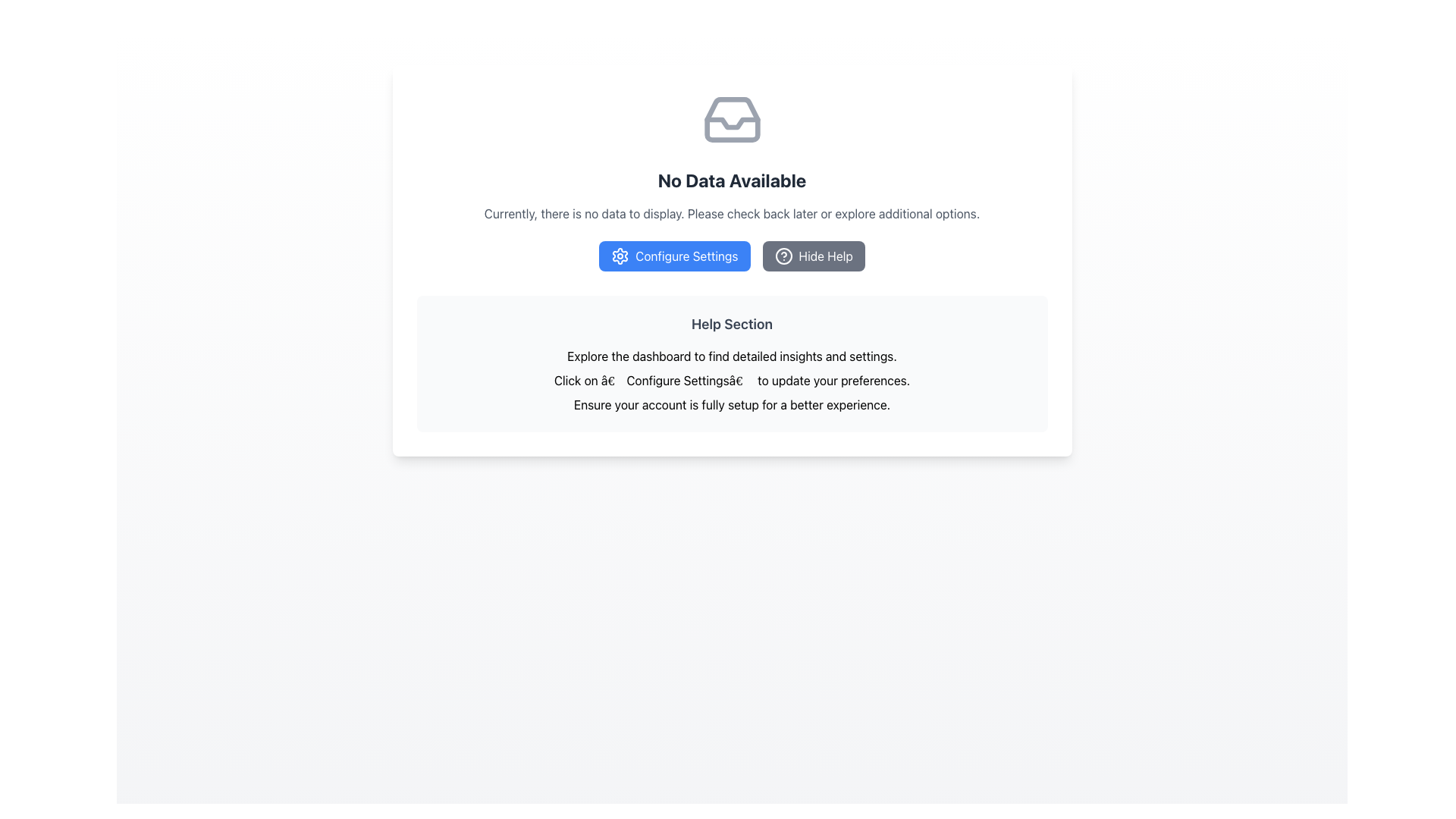 The image size is (1456, 819). I want to click on the inbox icon that represents the empty state, which is positioned above the 'No Data Available' text, so click(732, 119).